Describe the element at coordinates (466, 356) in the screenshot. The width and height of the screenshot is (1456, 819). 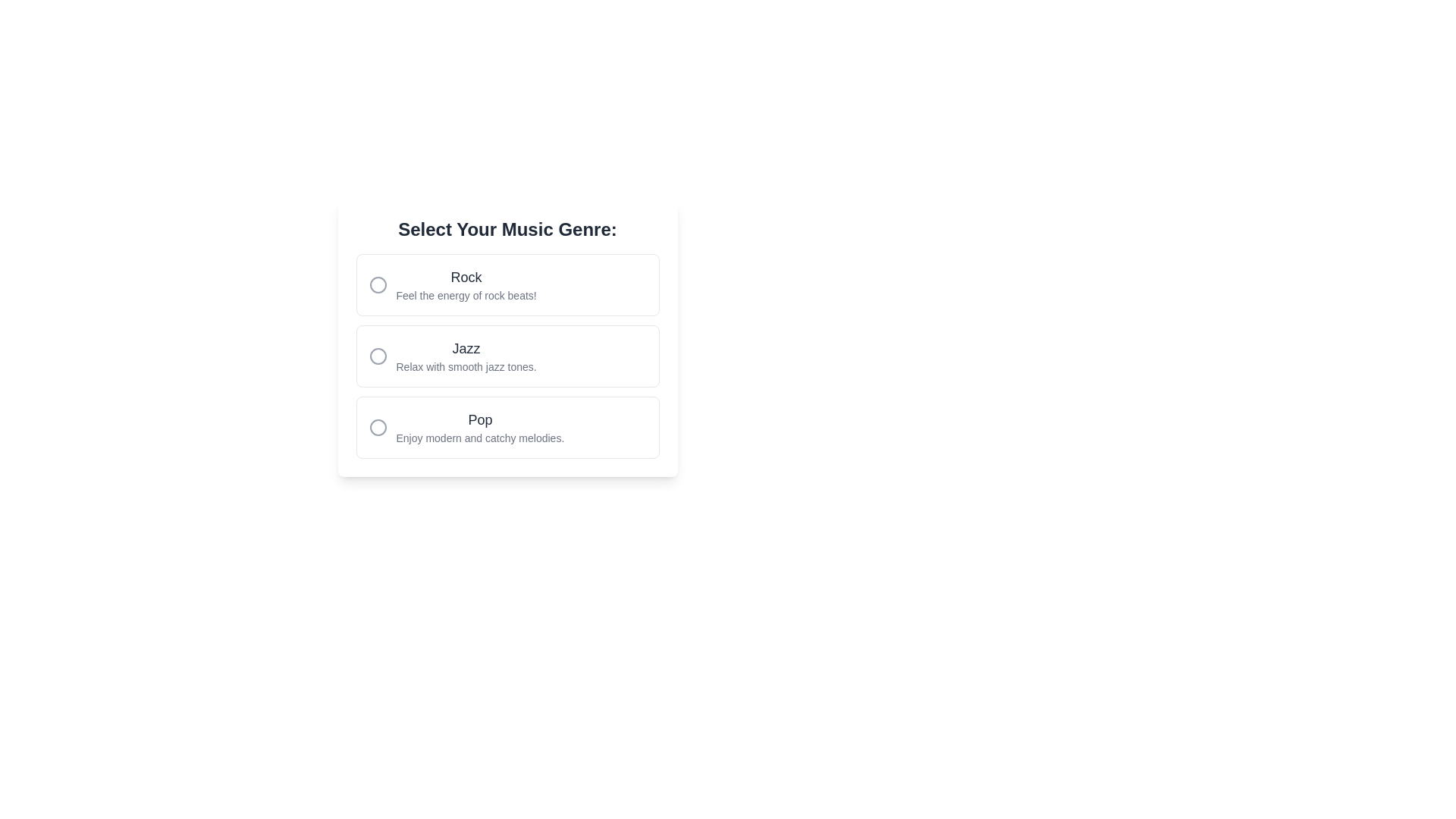
I see `descriptive label for the 'Jazz' music genre option, which is the second option in the selectable music genre list, positioned between 'Rock' and 'Pop'` at that location.